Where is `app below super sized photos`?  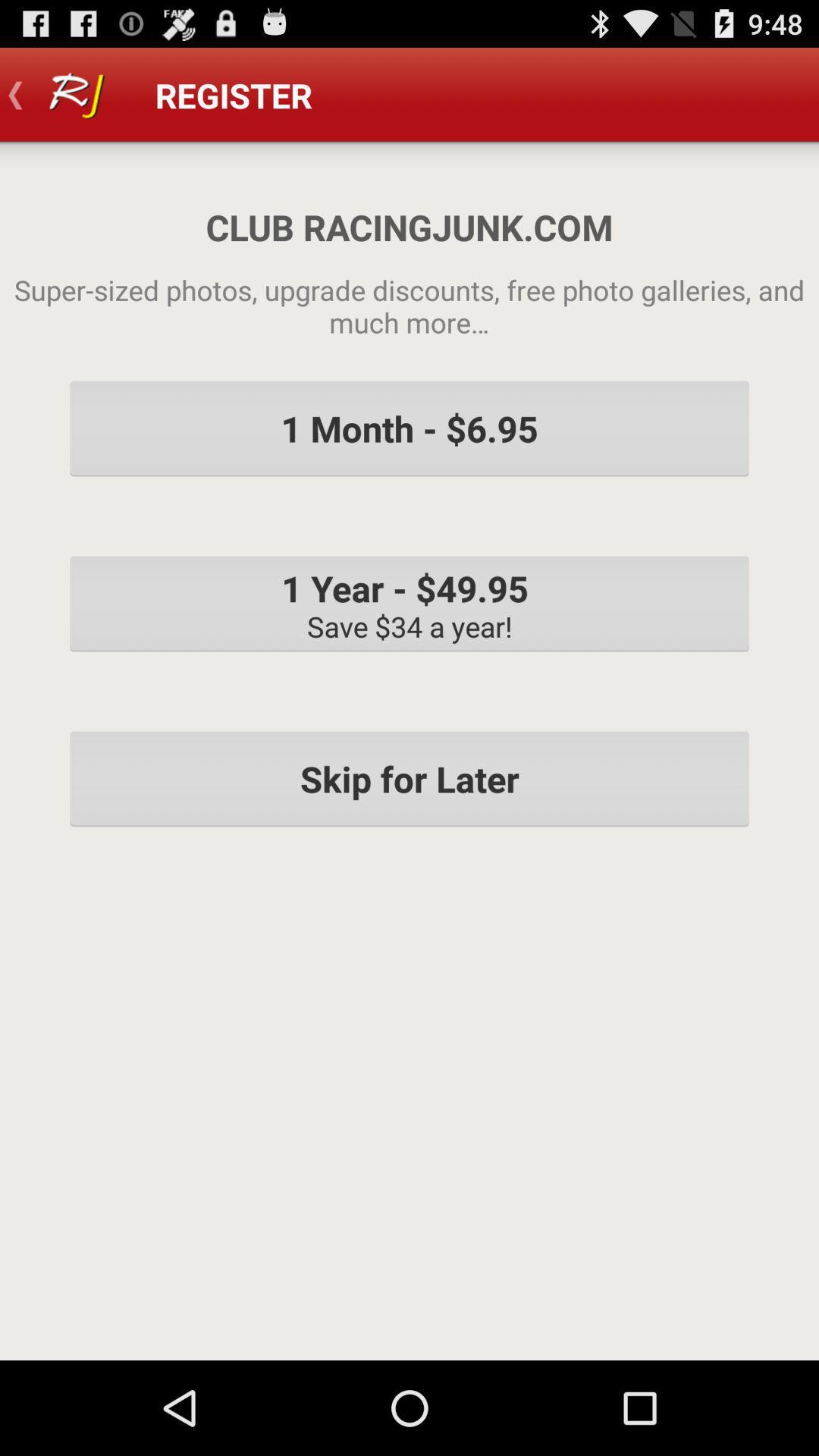
app below super sized photos is located at coordinates (409, 428).